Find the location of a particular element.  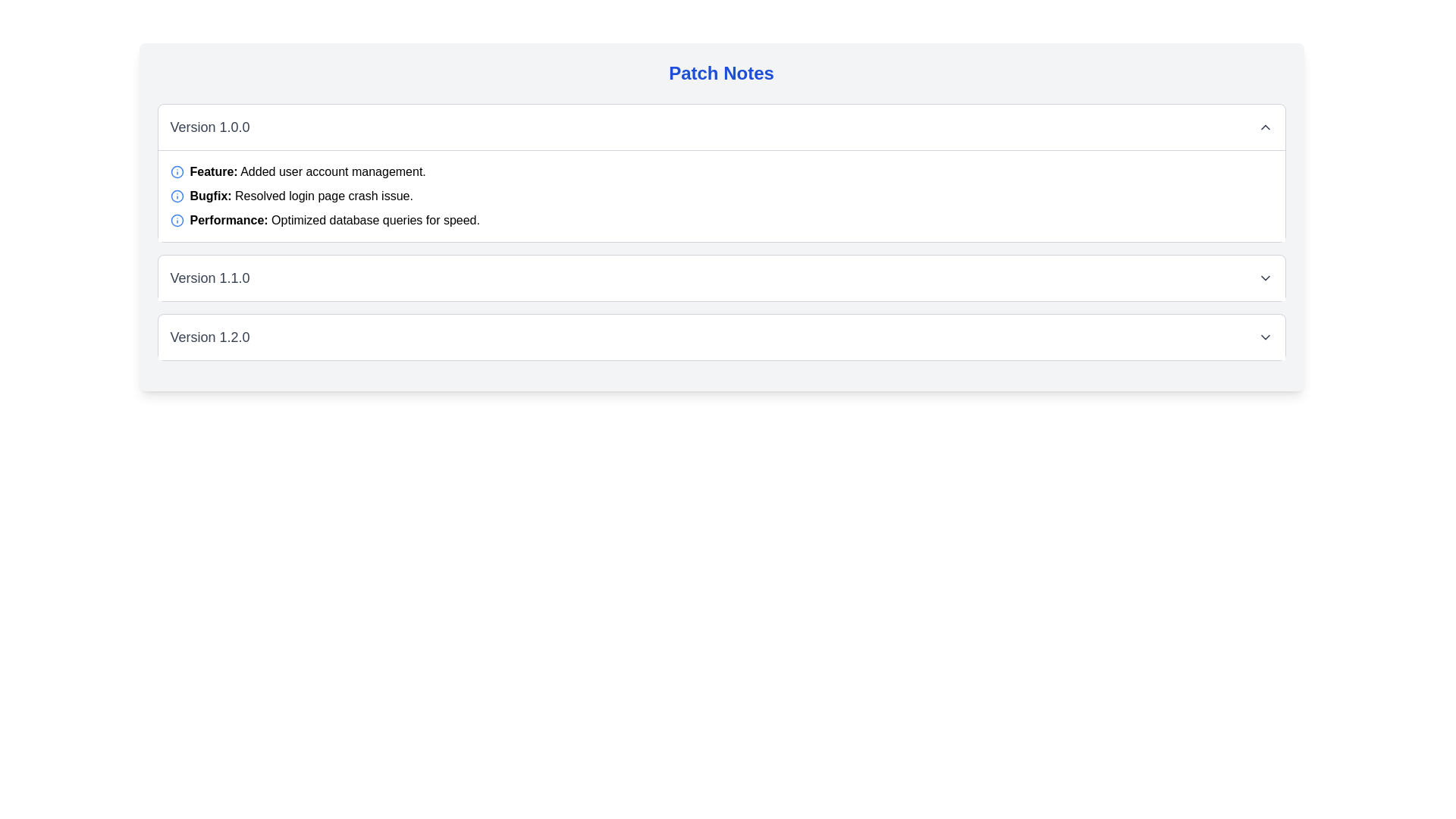

the circular graphical icon that serves as an indicator next to the 'Feature' list item in the 'Version 1.0.0' section is located at coordinates (177, 195).